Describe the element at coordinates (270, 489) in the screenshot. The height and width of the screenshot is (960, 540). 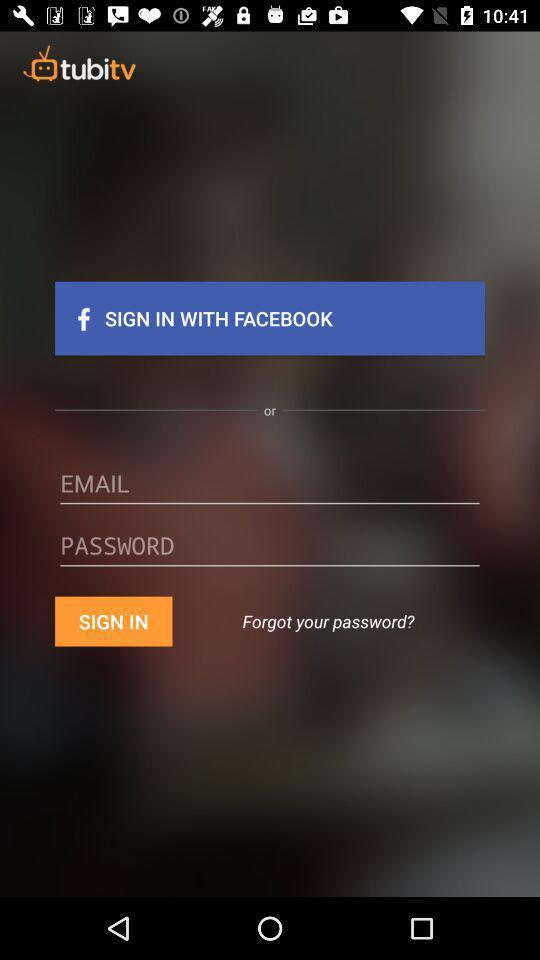
I see `item below or` at that location.